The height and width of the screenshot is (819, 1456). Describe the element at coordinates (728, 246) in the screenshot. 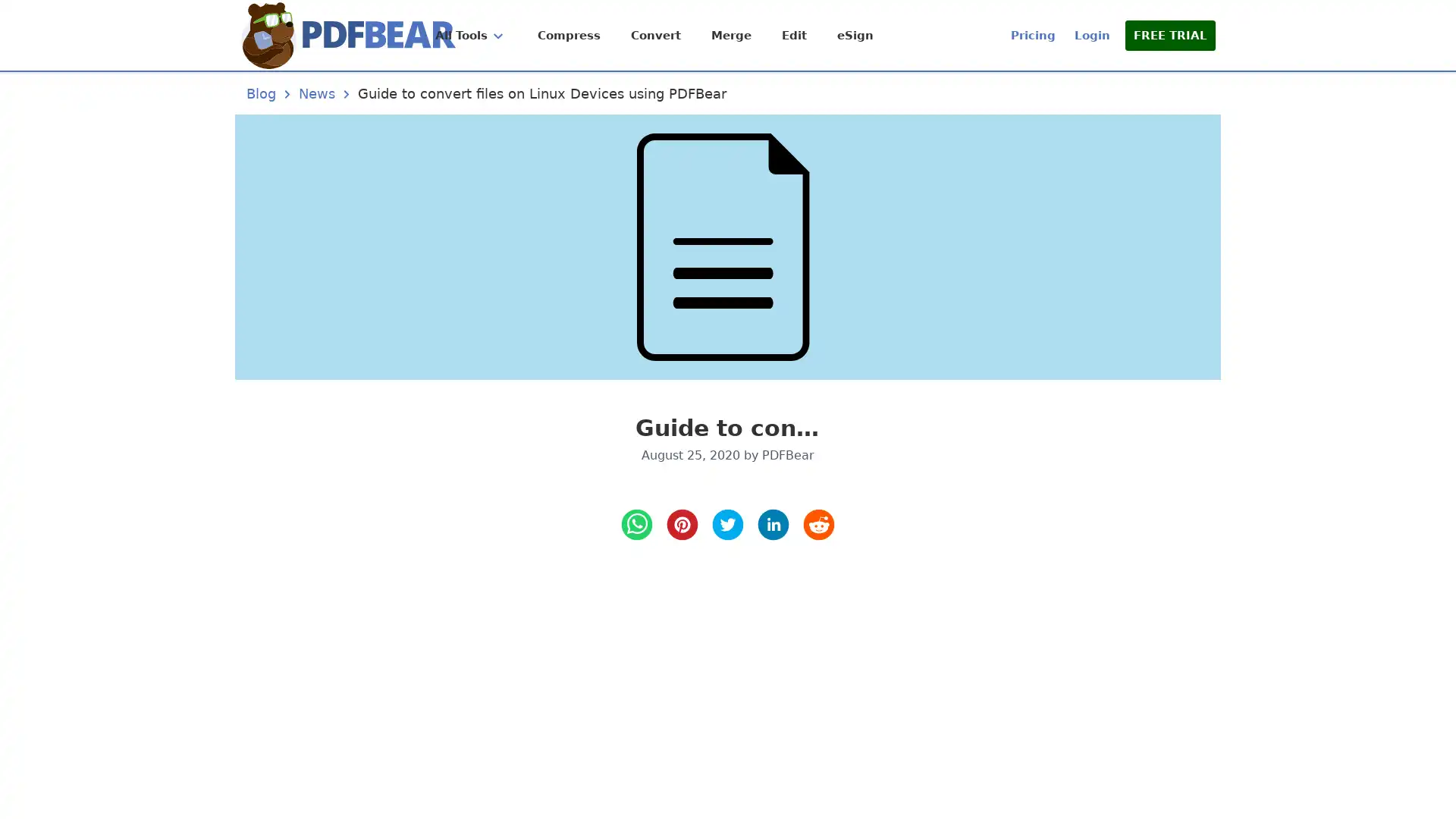

I see `Guide to convert files on Linux Devices using PDFBear` at that location.